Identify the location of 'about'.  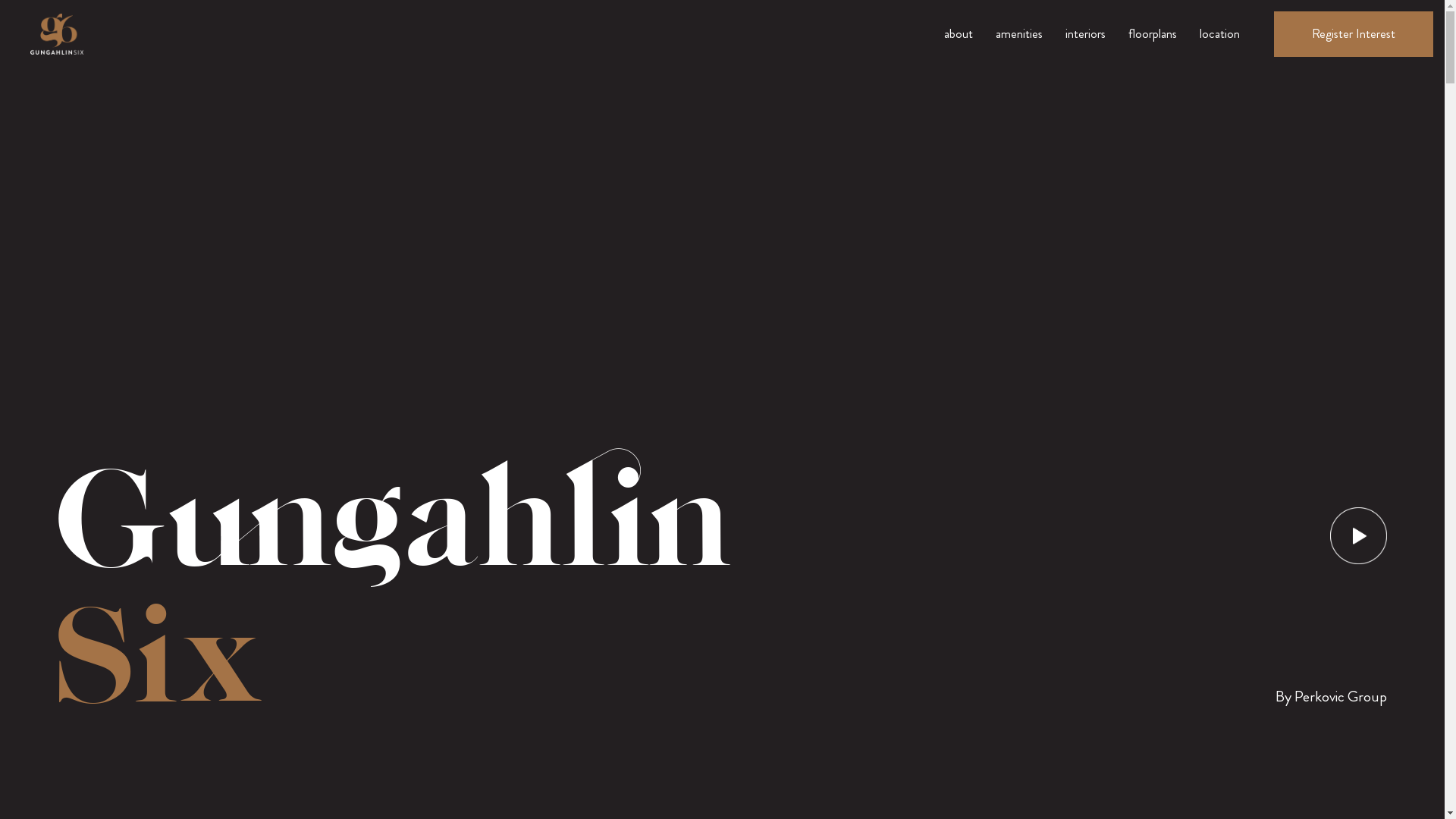
(957, 34).